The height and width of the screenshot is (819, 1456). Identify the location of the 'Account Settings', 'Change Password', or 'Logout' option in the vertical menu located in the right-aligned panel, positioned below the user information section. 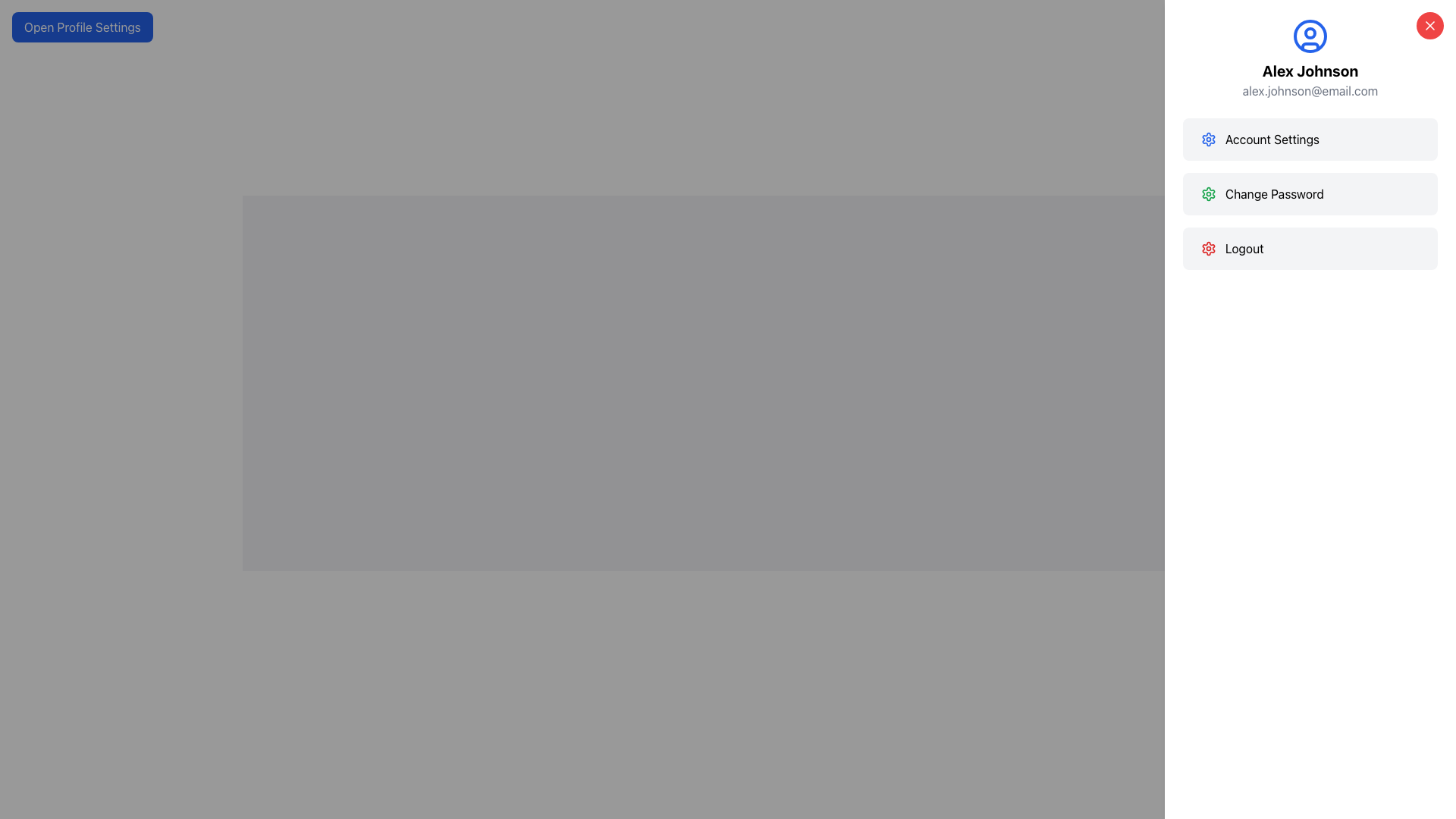
(1310, 193).